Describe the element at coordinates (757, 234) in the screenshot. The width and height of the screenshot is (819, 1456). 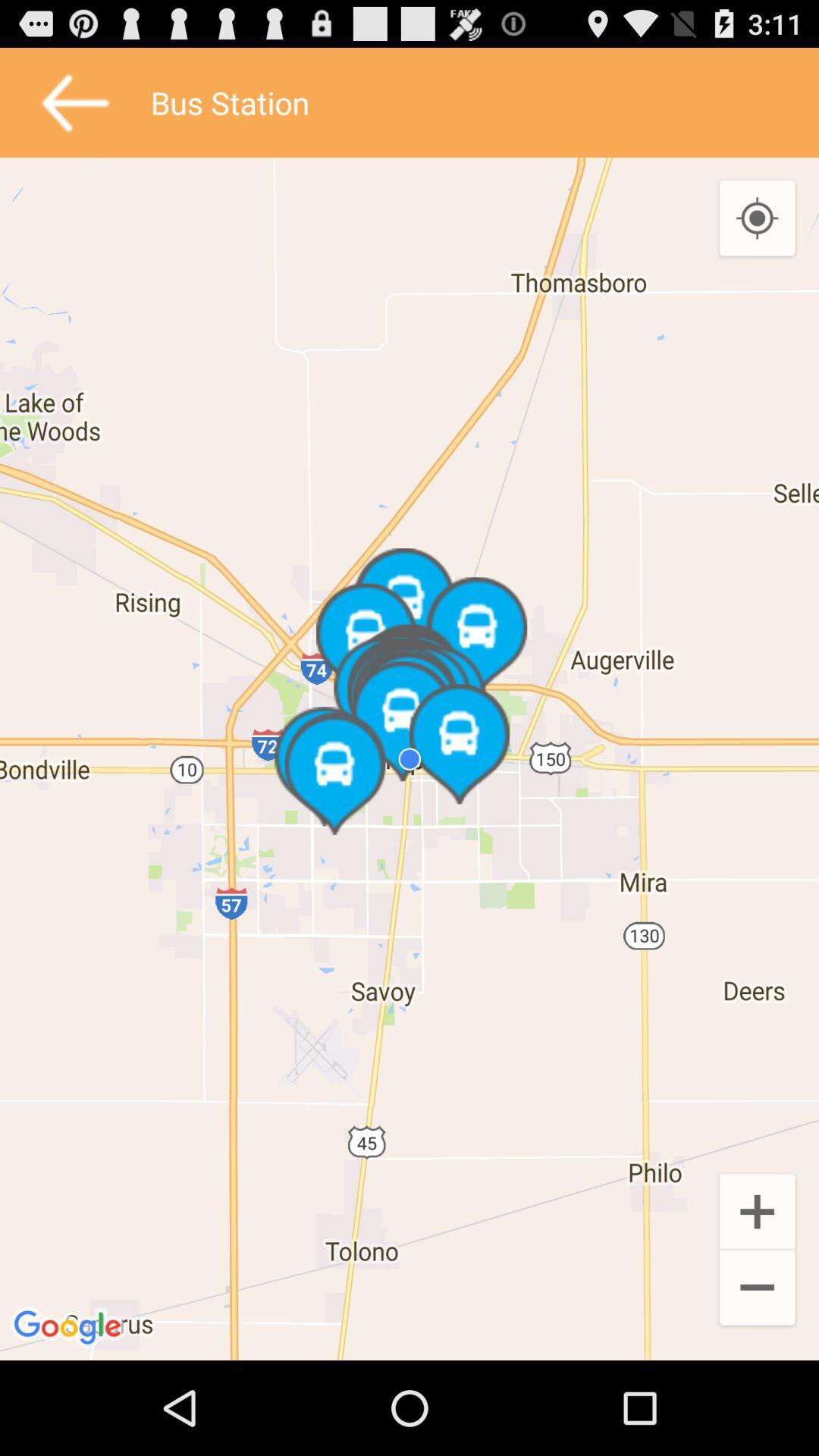
I see `the location_crosshair icon` at that location.